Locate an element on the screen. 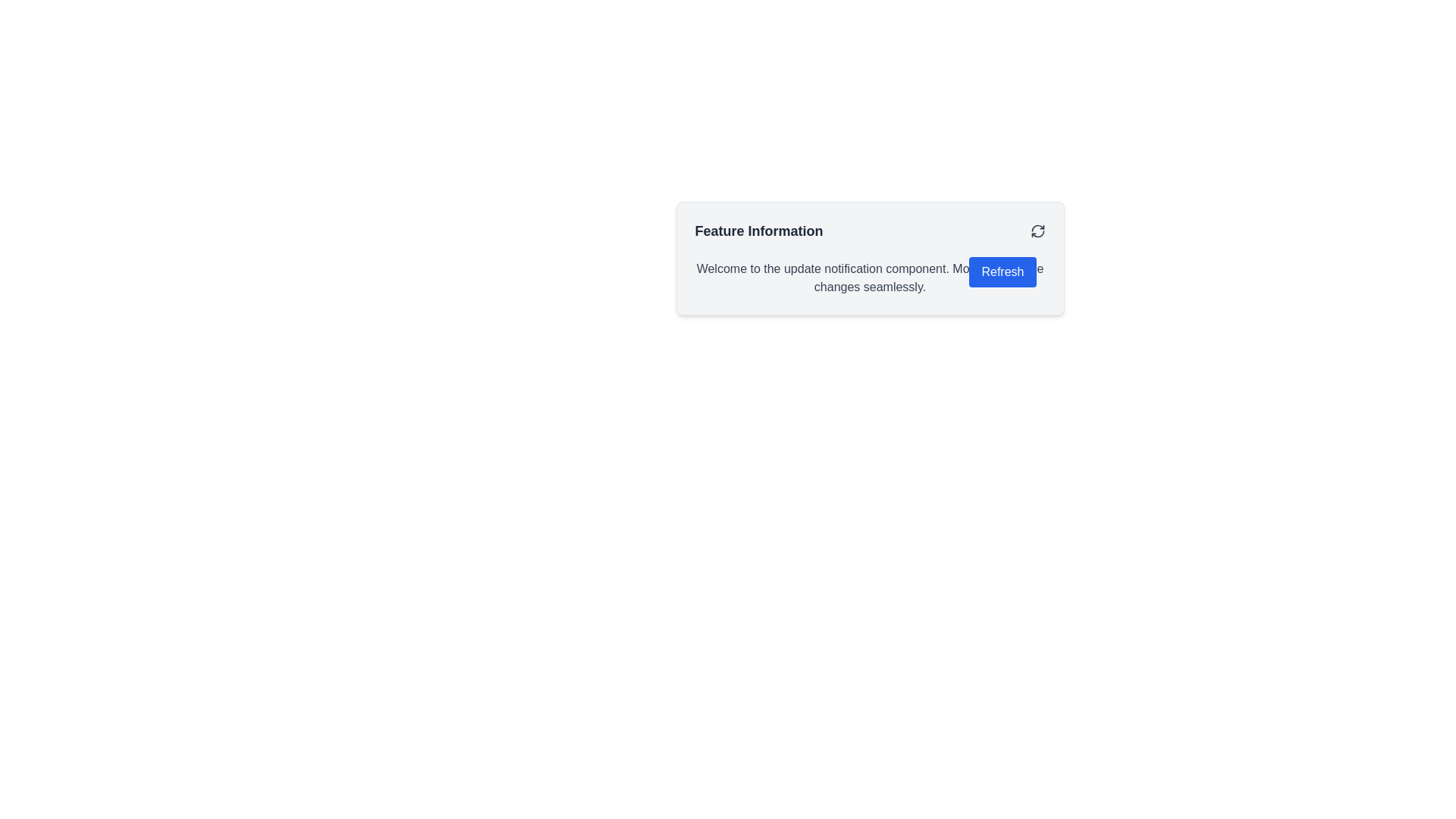 The width and height of the screenshot is (1456, 819). the refresh button located at the bottom-right corner of the notification panel to observe the styling change is located at coordinates (1003, 271).